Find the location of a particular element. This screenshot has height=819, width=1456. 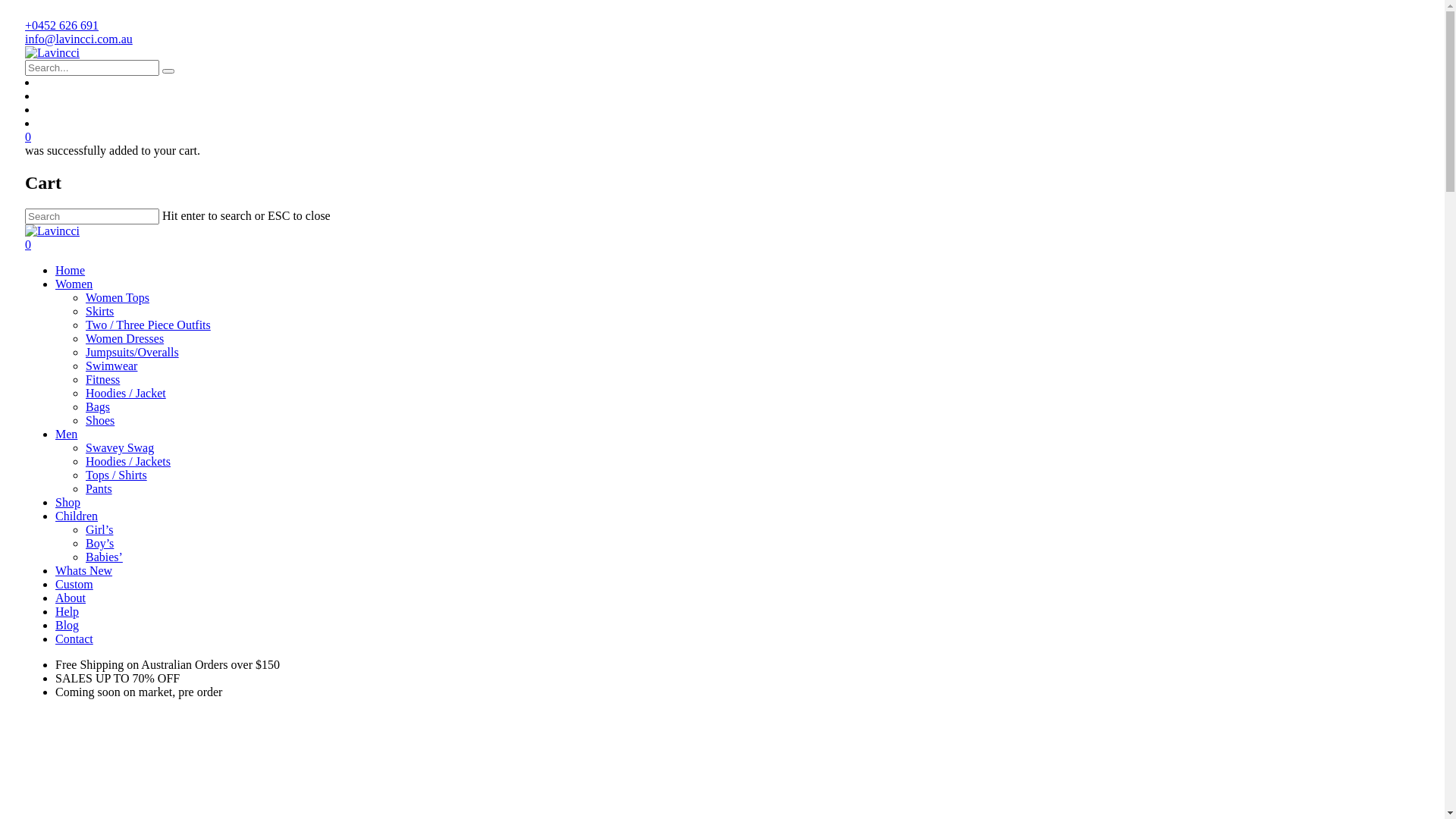

'Hoodies / Jackets' is located at coordinates (127, 460).